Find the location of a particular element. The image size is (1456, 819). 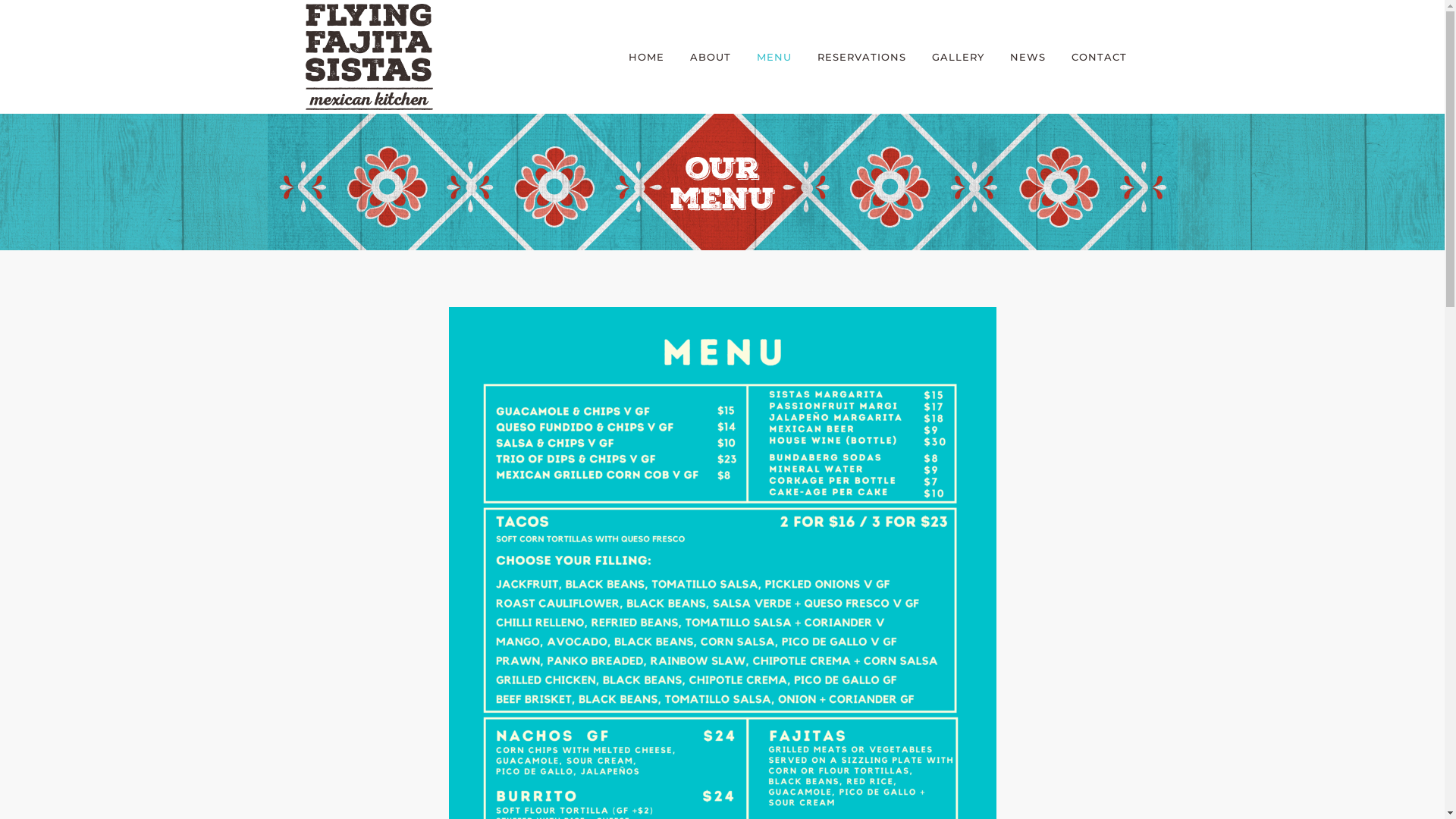

'NEWS' is located at coordinates (1027, 55).